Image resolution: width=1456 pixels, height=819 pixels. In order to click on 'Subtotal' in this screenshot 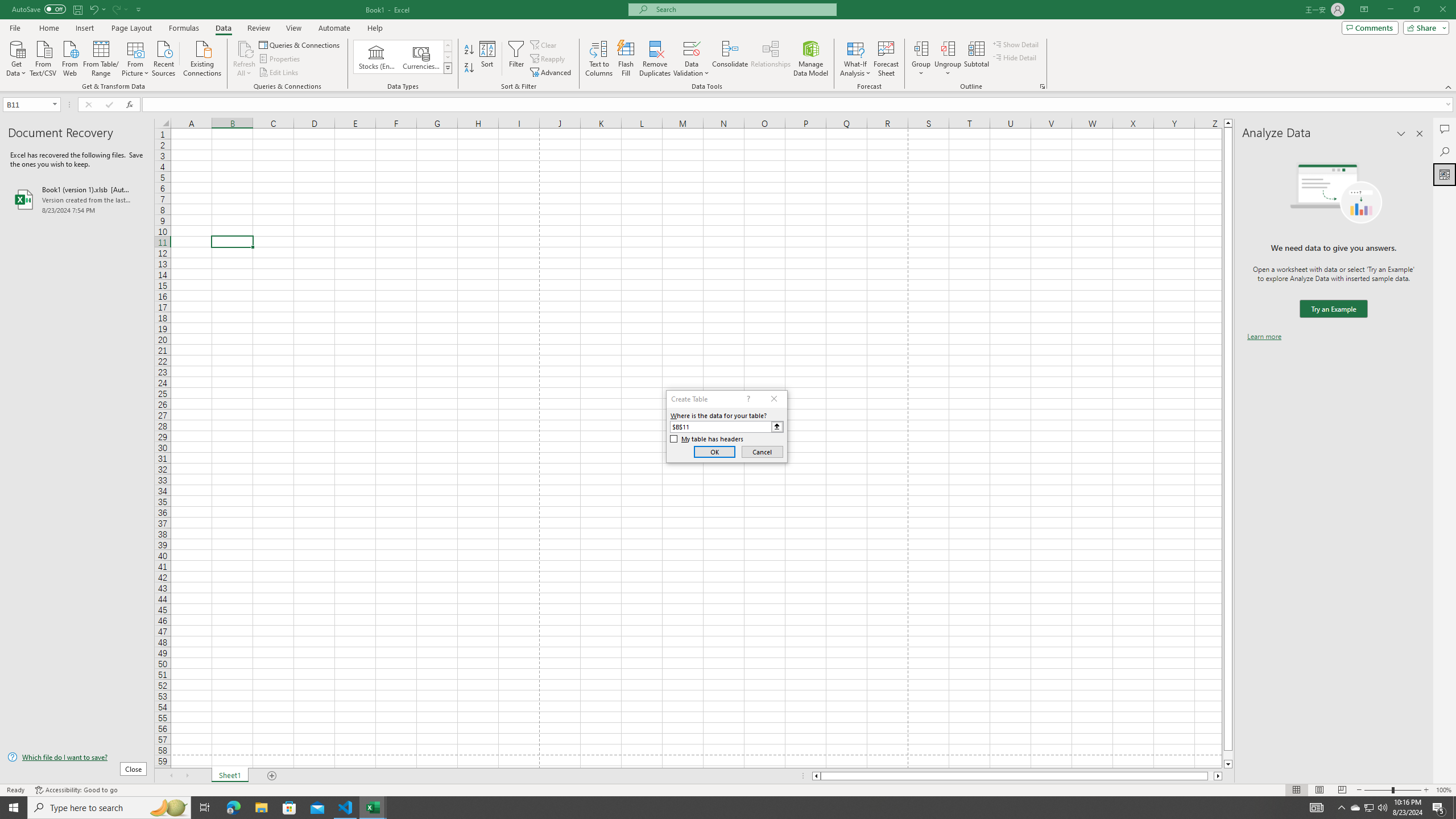, I will do `click(976, 59)`.